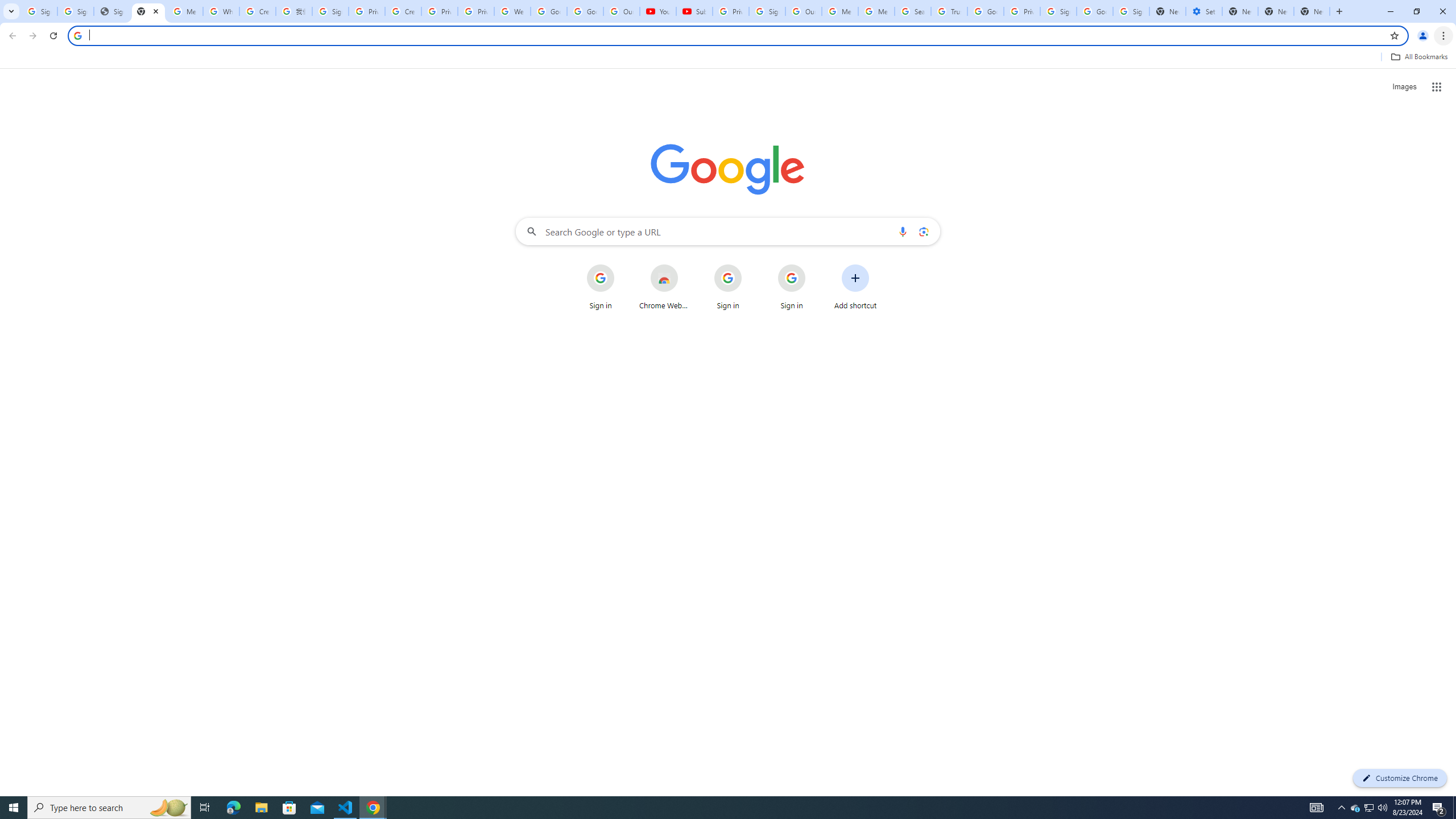  Describe the element at coordinates (1416, 11) in the screenshot. I see `'Restore'` at that location.